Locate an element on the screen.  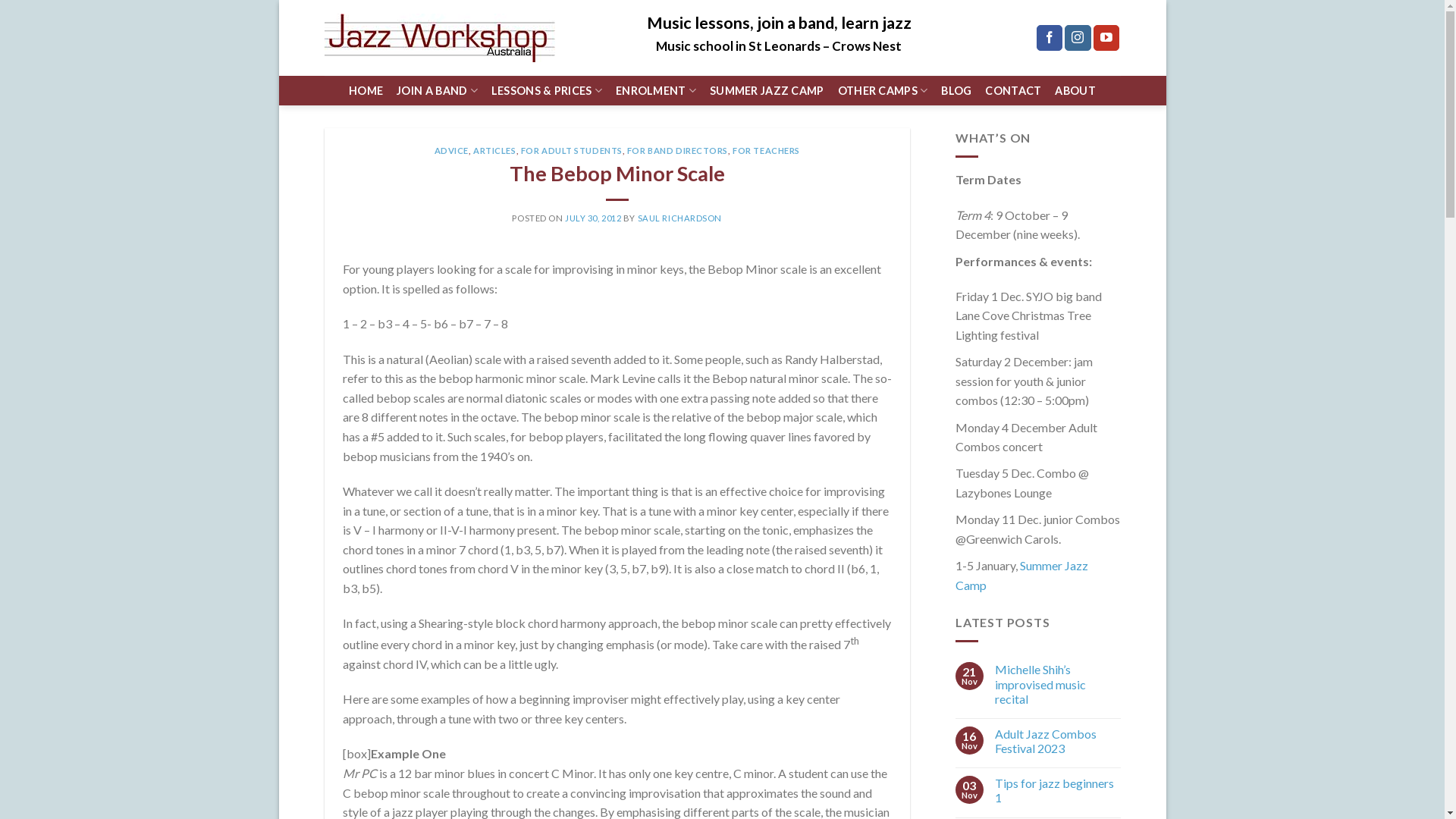
'FOR BAND DIRECTORS' is located at coordinates (676, 150).